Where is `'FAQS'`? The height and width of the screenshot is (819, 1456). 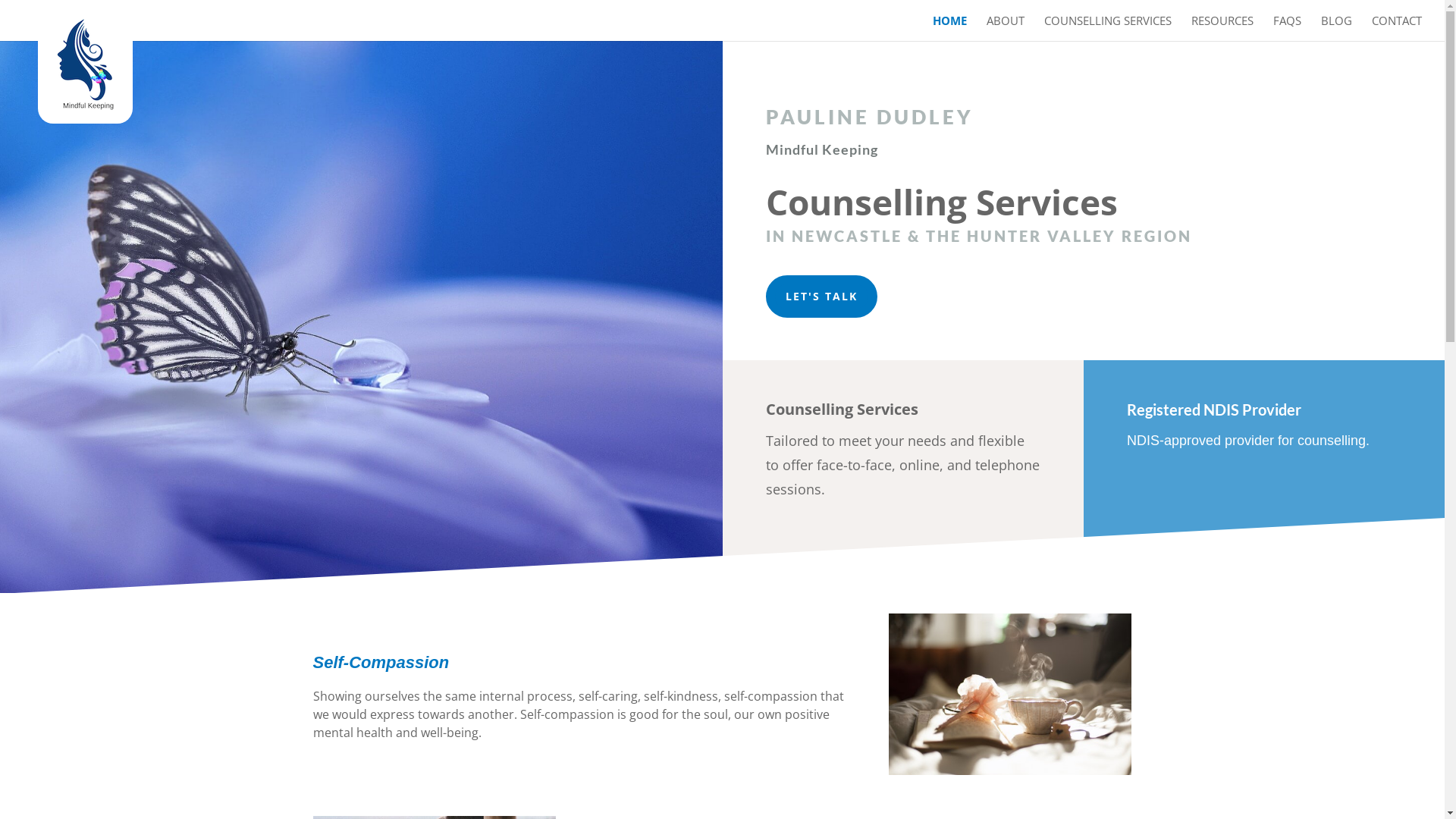 'FAQS' is located at coordinates (1286, 28).